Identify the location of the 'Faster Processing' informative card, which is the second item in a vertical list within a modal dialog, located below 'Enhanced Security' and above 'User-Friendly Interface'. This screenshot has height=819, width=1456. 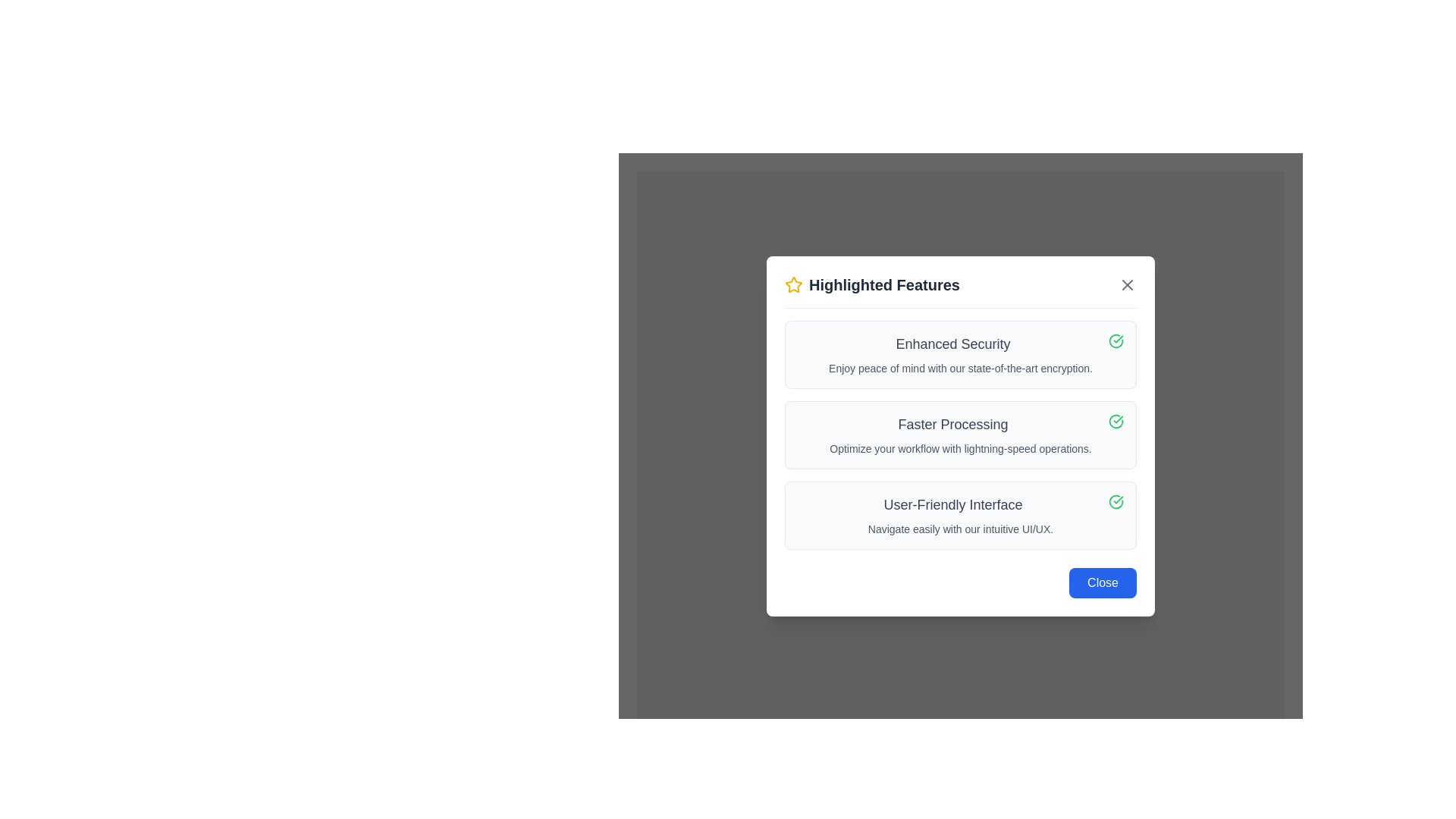
(960, 435).